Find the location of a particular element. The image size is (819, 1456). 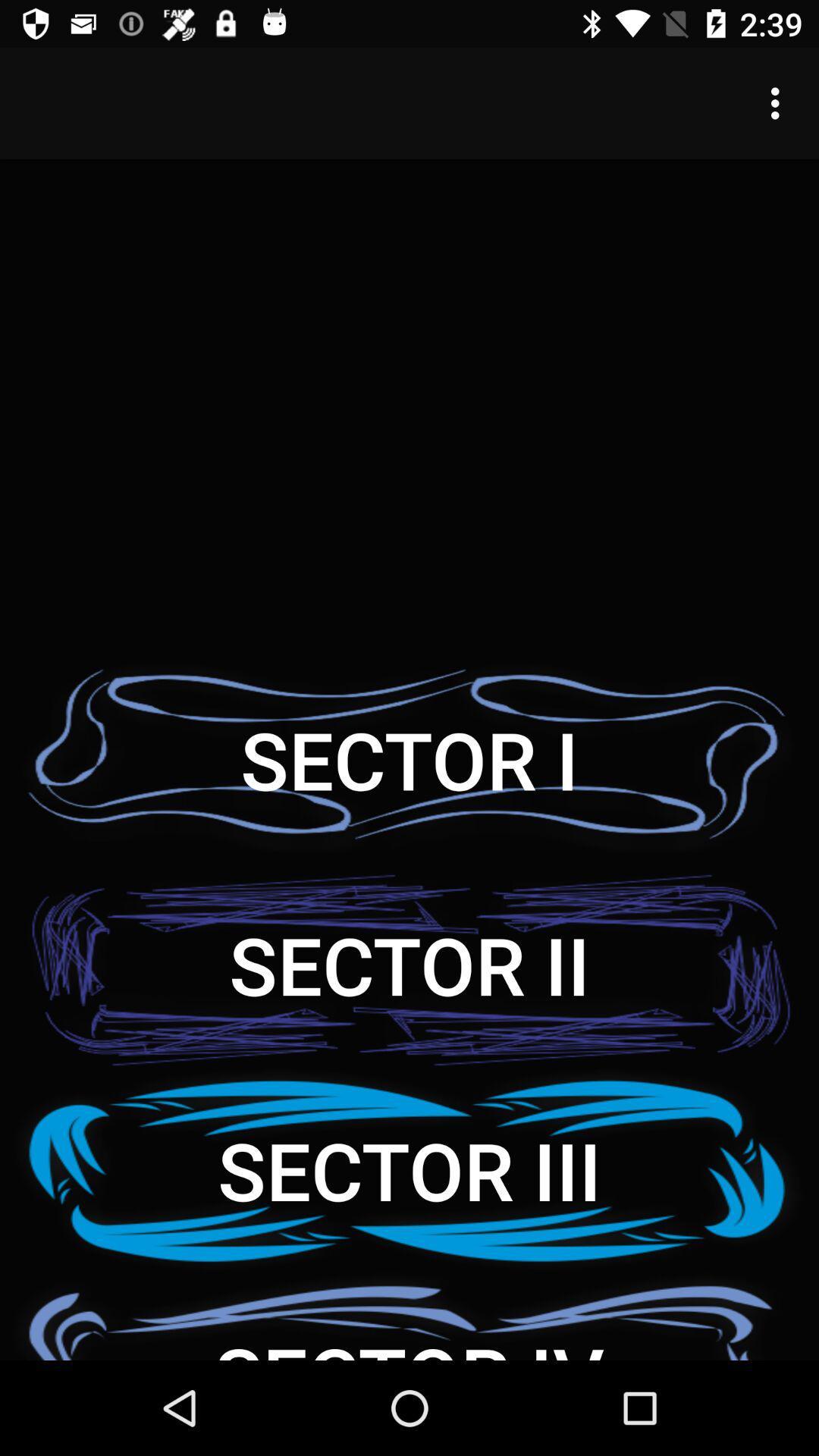

sector ii item is located at coordinates (409, 964).